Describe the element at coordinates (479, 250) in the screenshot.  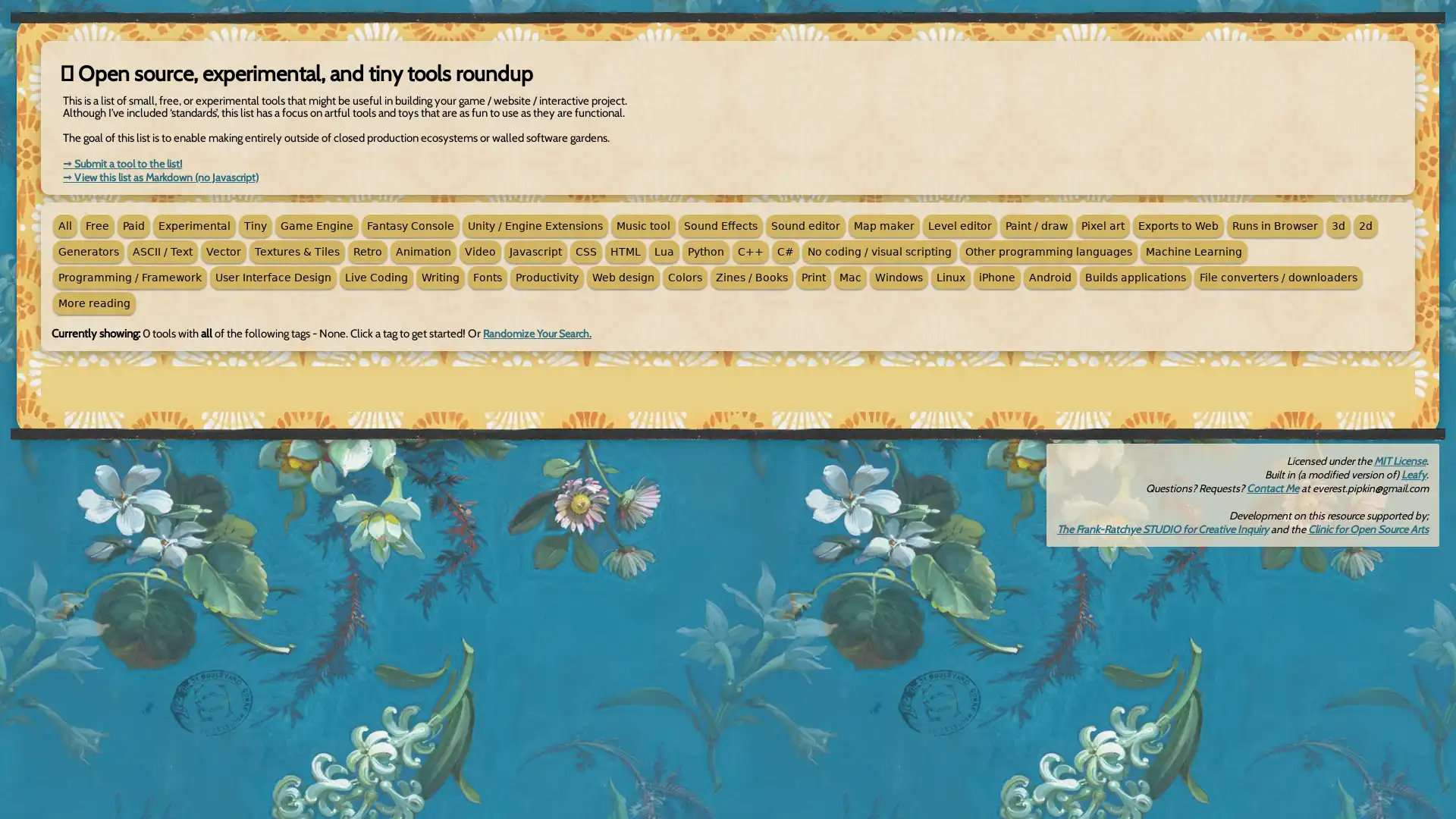
I see `Video` at that location.